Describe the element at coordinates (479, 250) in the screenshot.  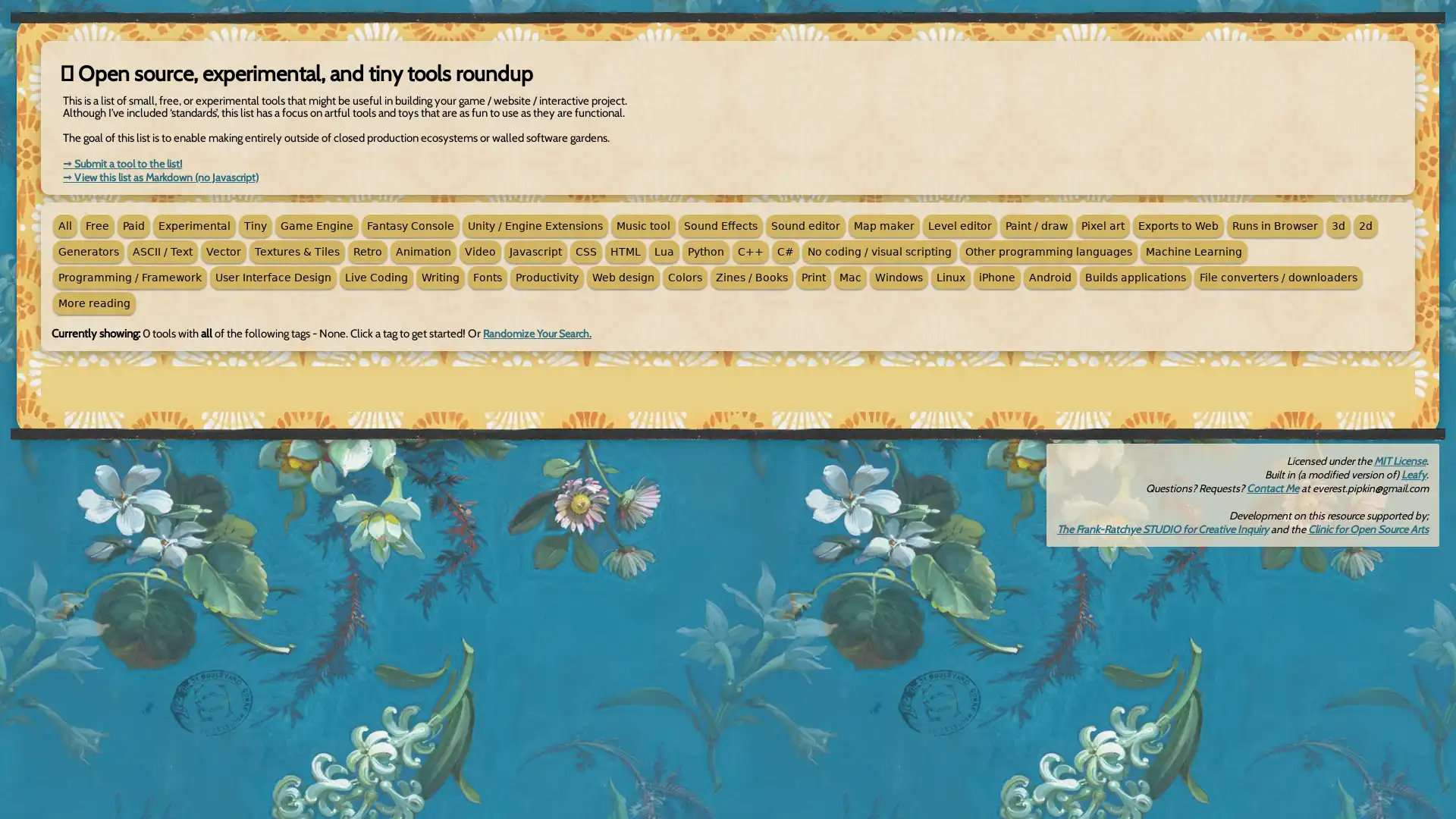
I see `Video` at that location.